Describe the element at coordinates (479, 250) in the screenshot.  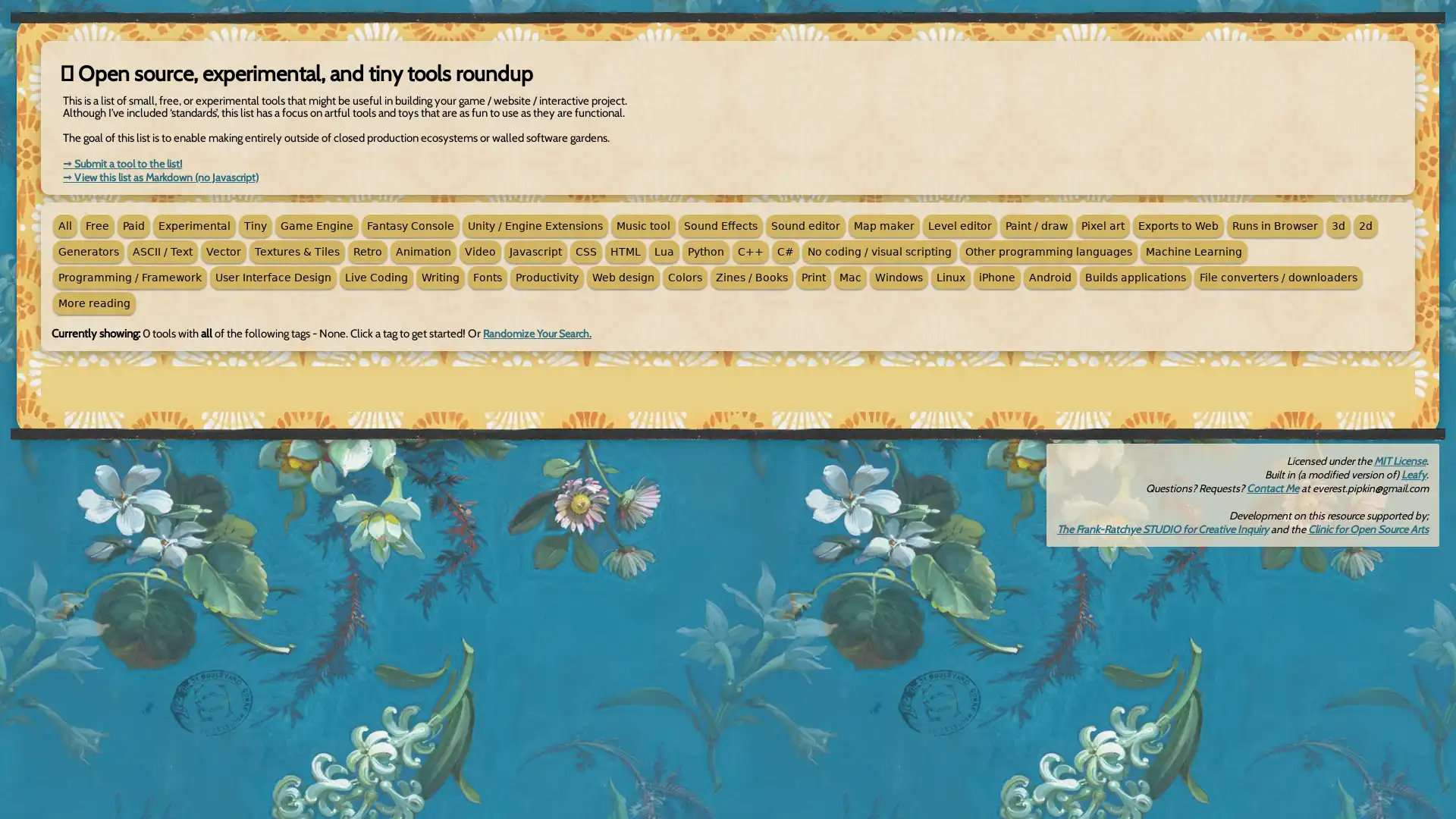
I see `Video` at that location.